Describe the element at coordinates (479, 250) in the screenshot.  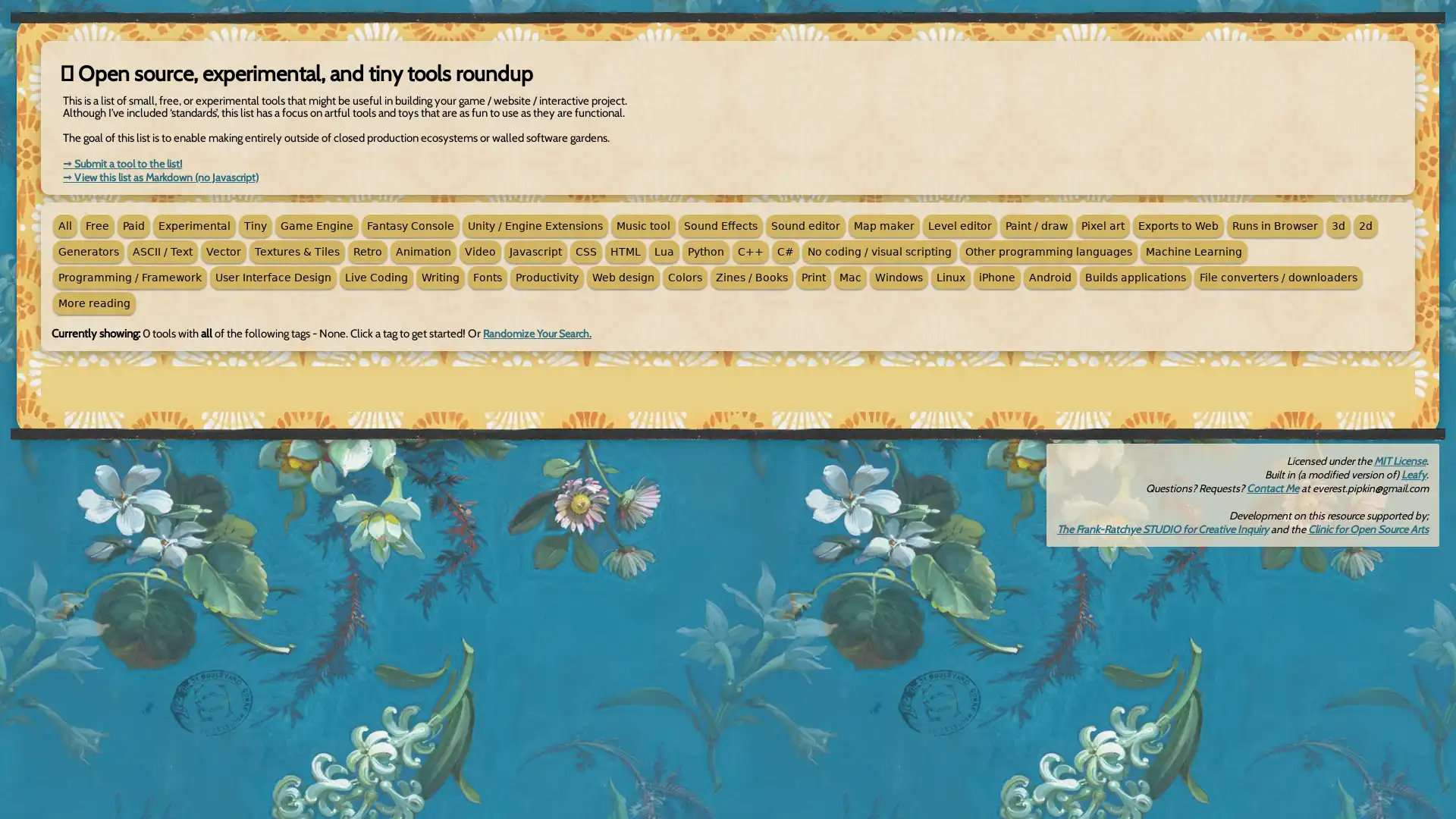
I see `Video` at that location.